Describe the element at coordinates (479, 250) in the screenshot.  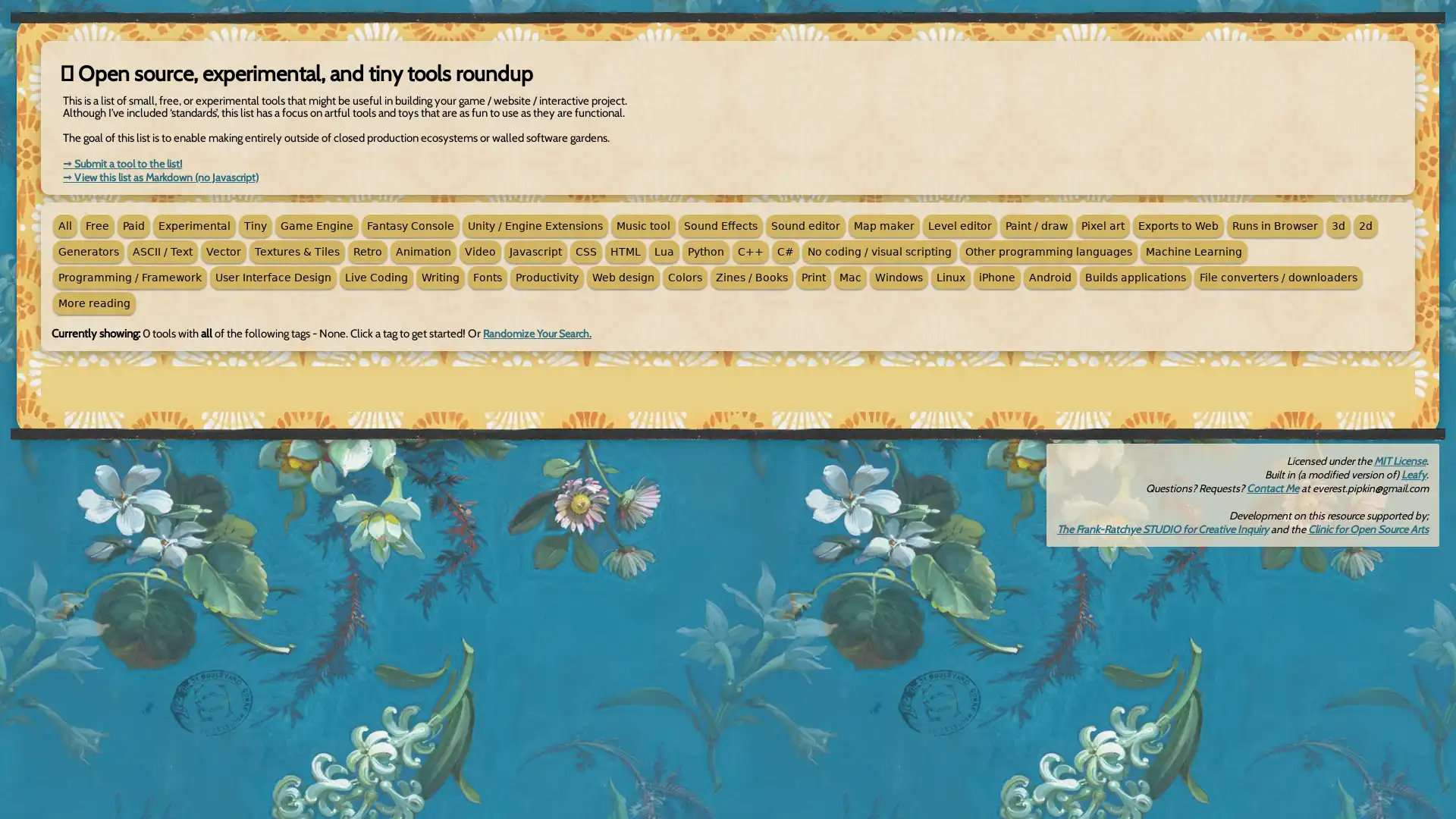
I see `Video` at that location.